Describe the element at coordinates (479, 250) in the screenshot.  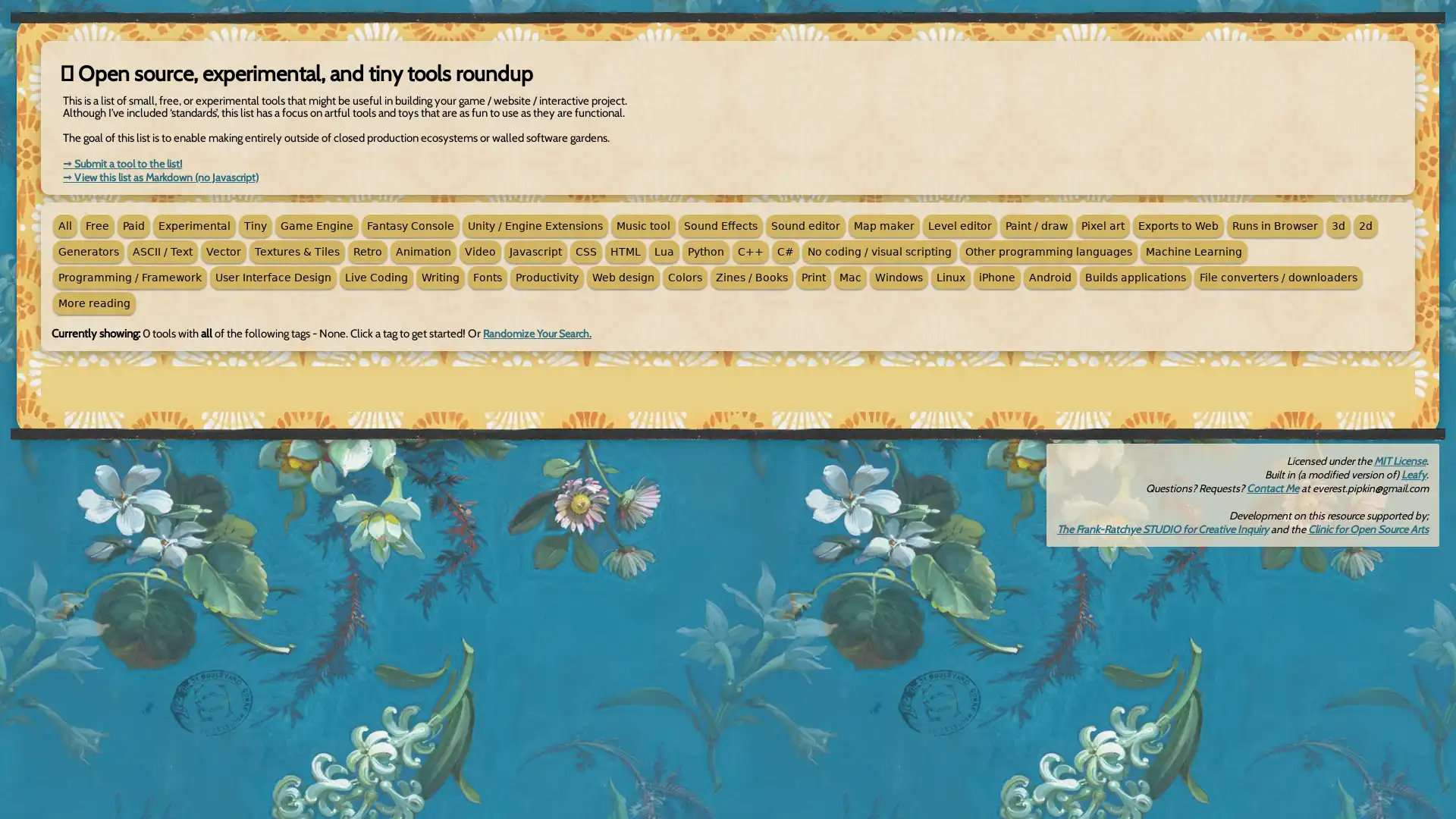
I see `Video` at that location.